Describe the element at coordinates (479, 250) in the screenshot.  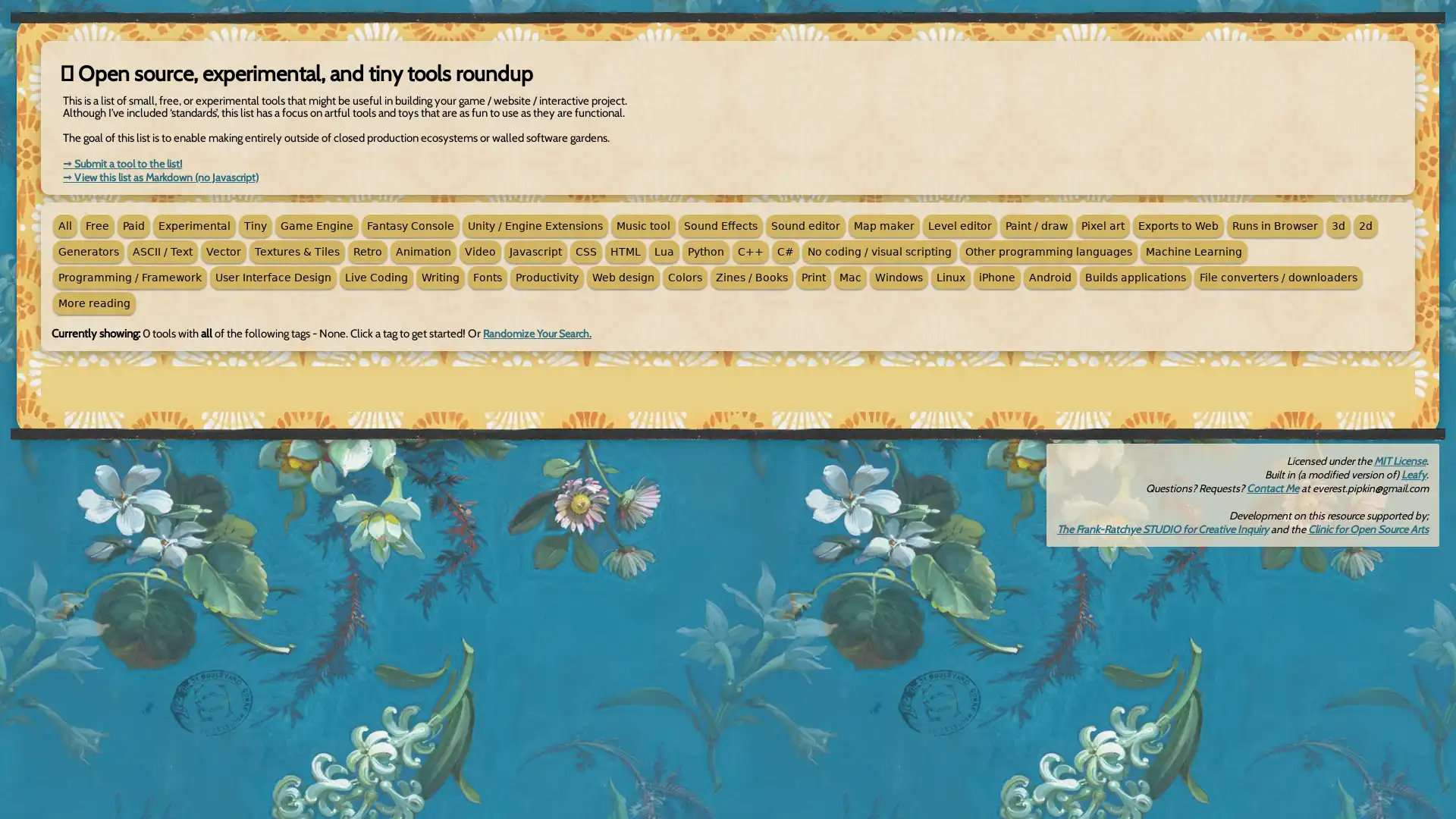
I see `Video` at that location.